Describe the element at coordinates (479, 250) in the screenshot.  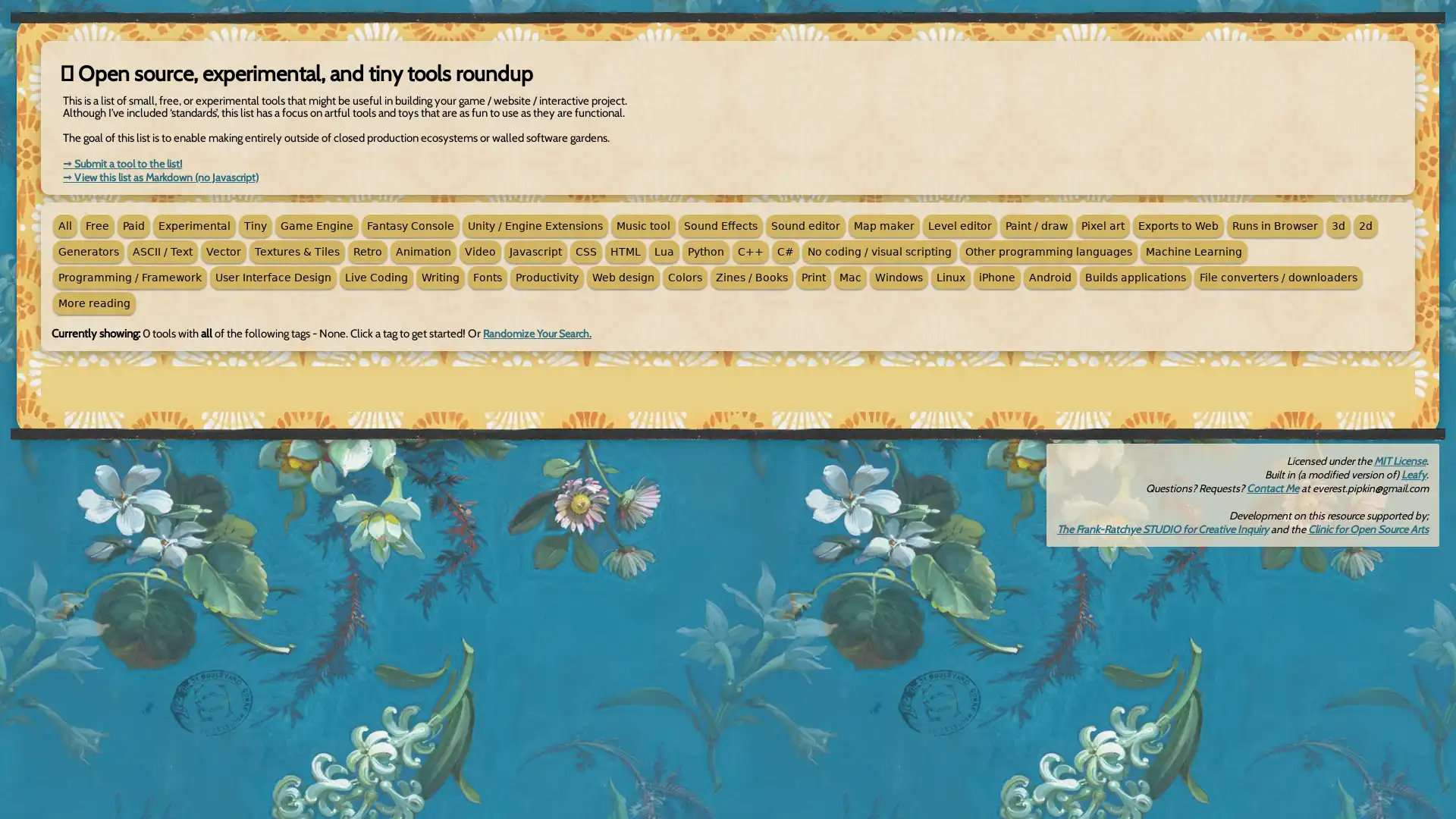
I see `Video` at that location.